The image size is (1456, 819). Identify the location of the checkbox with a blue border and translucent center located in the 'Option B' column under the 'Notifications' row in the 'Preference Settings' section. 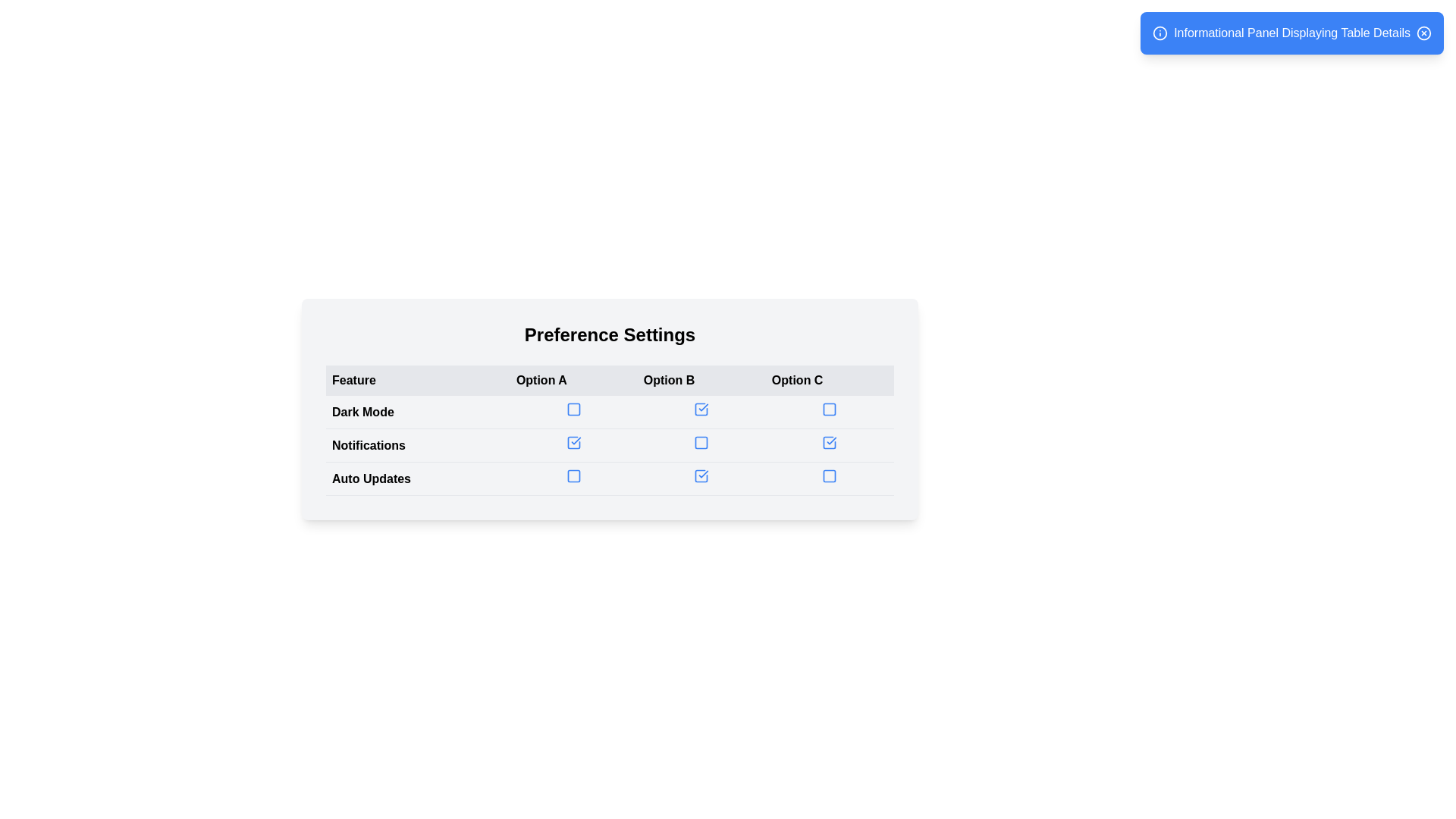
(701, 442).